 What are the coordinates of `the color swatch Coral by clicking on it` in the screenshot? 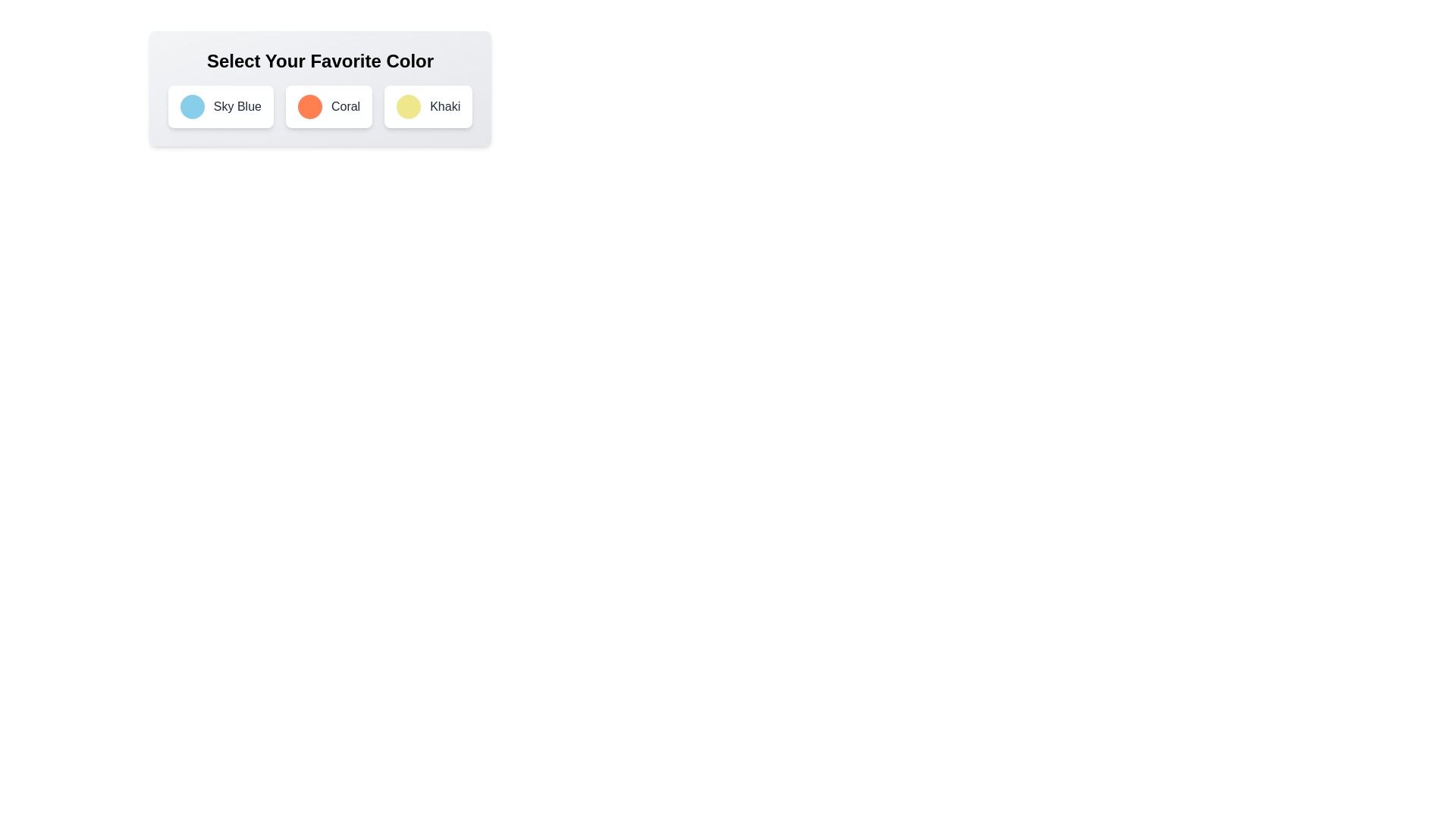 It's located at (309, 106).